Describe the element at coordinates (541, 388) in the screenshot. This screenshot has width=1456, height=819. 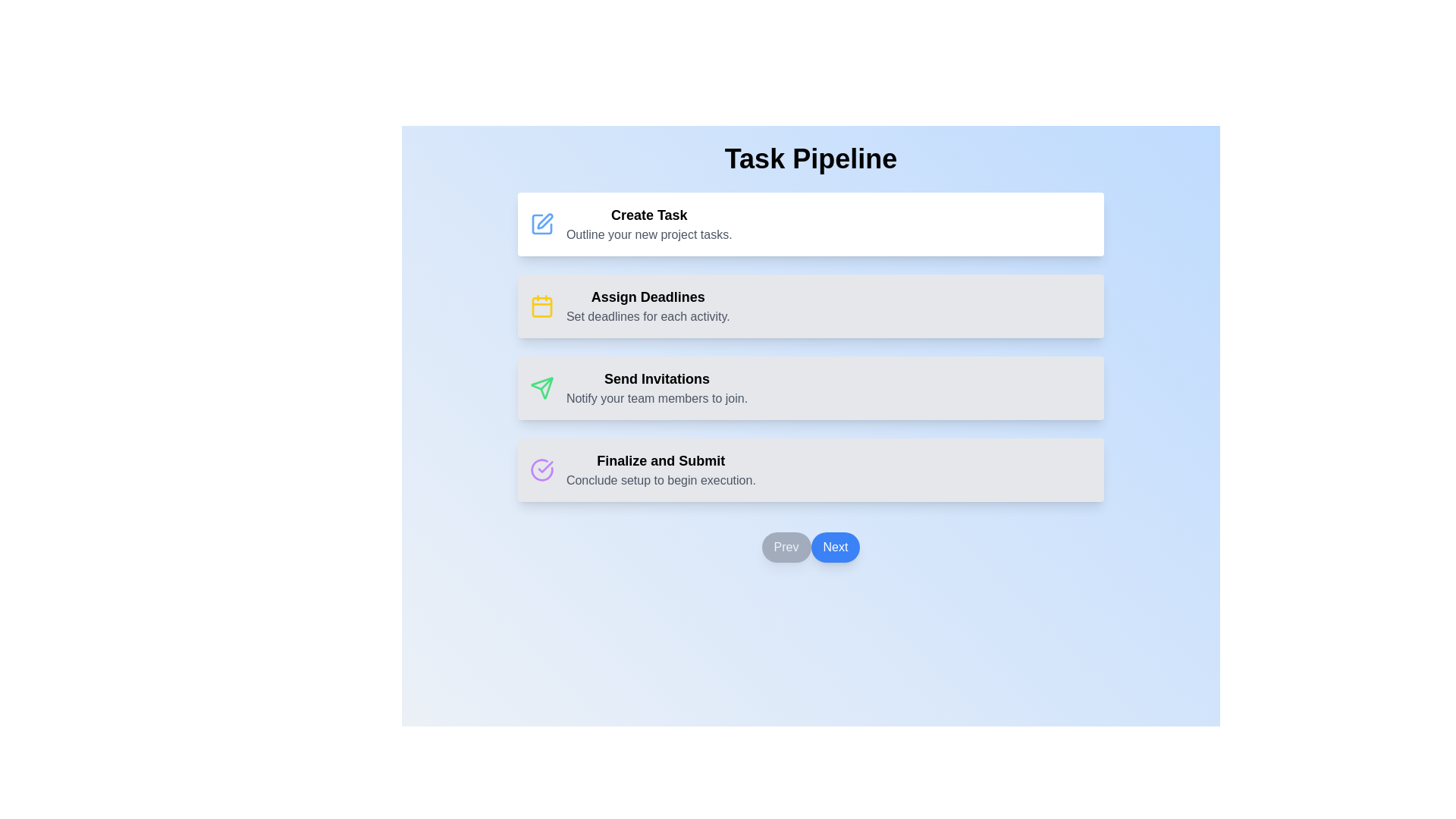
I see `the green paper plane icon located to the left of the 'Send Invitations' text, which is the third item in the pipeline layout` at that location.